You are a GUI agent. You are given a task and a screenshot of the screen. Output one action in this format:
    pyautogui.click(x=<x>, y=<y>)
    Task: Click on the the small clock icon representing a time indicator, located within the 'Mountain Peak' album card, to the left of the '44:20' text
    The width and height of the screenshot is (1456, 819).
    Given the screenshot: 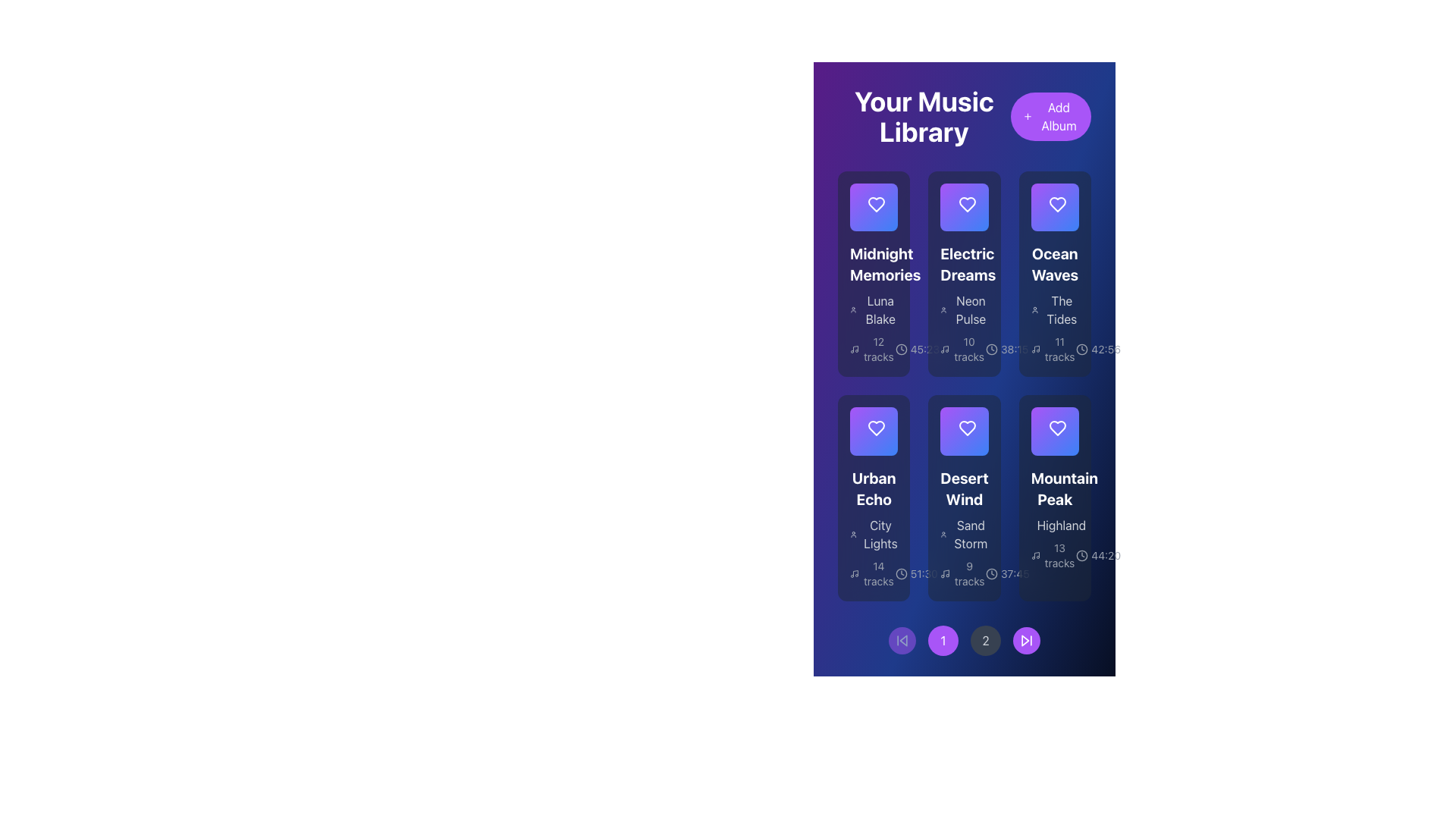 What is the action you would take?
    pyautogui.click(x=1081, y=555)
    